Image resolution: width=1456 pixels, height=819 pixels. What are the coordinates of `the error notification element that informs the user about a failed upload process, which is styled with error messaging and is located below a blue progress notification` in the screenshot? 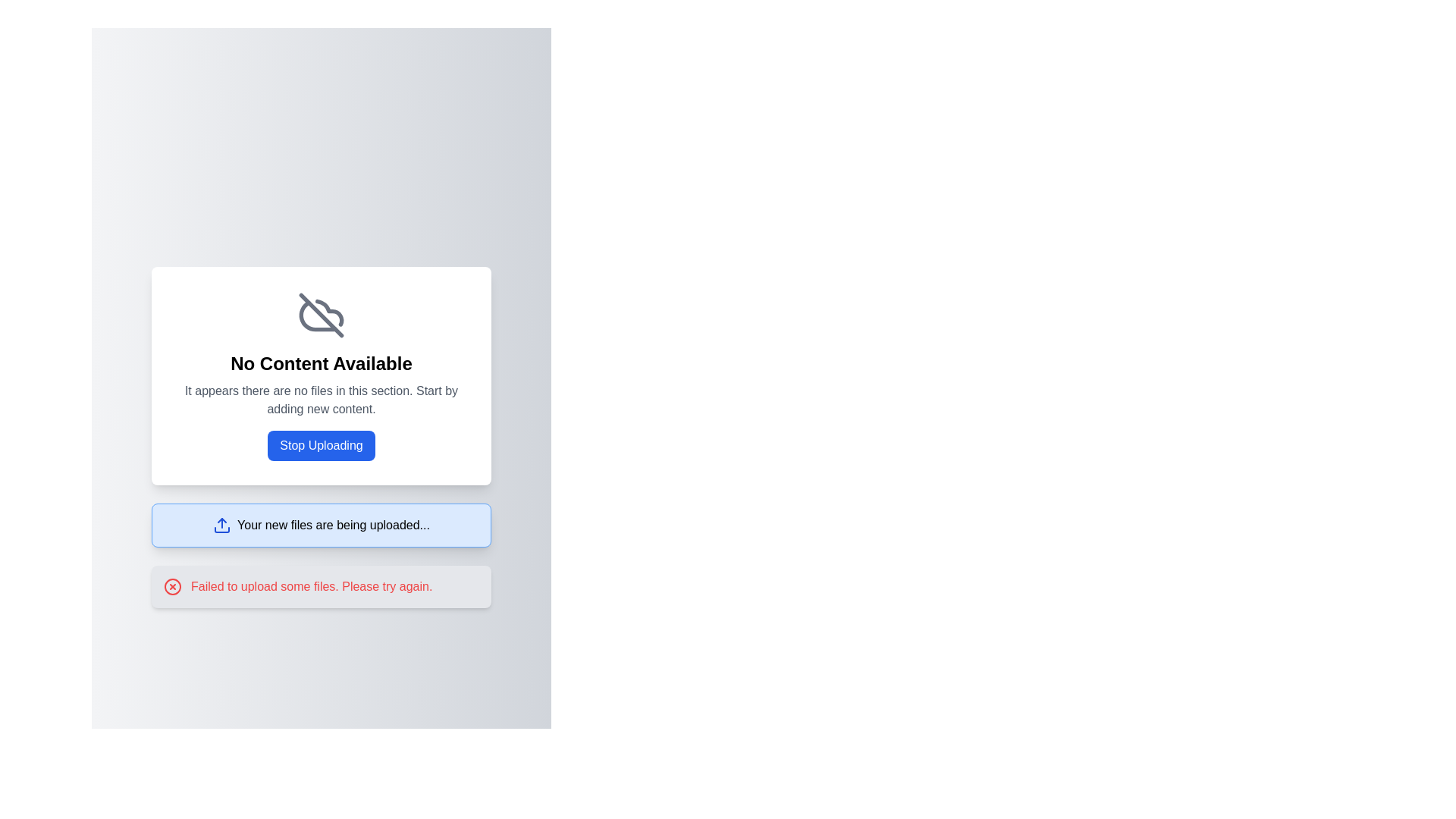 It's located at (320, 586).